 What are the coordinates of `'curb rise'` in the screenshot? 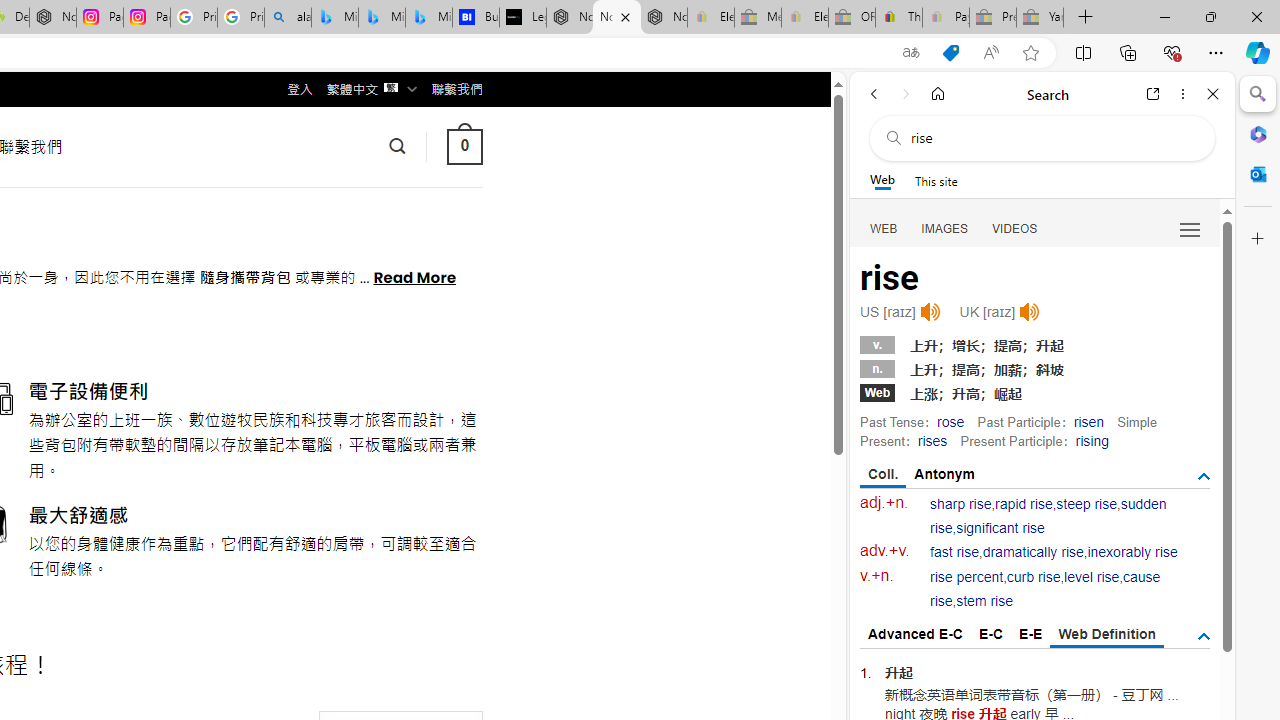 It's located at (1033, 577).